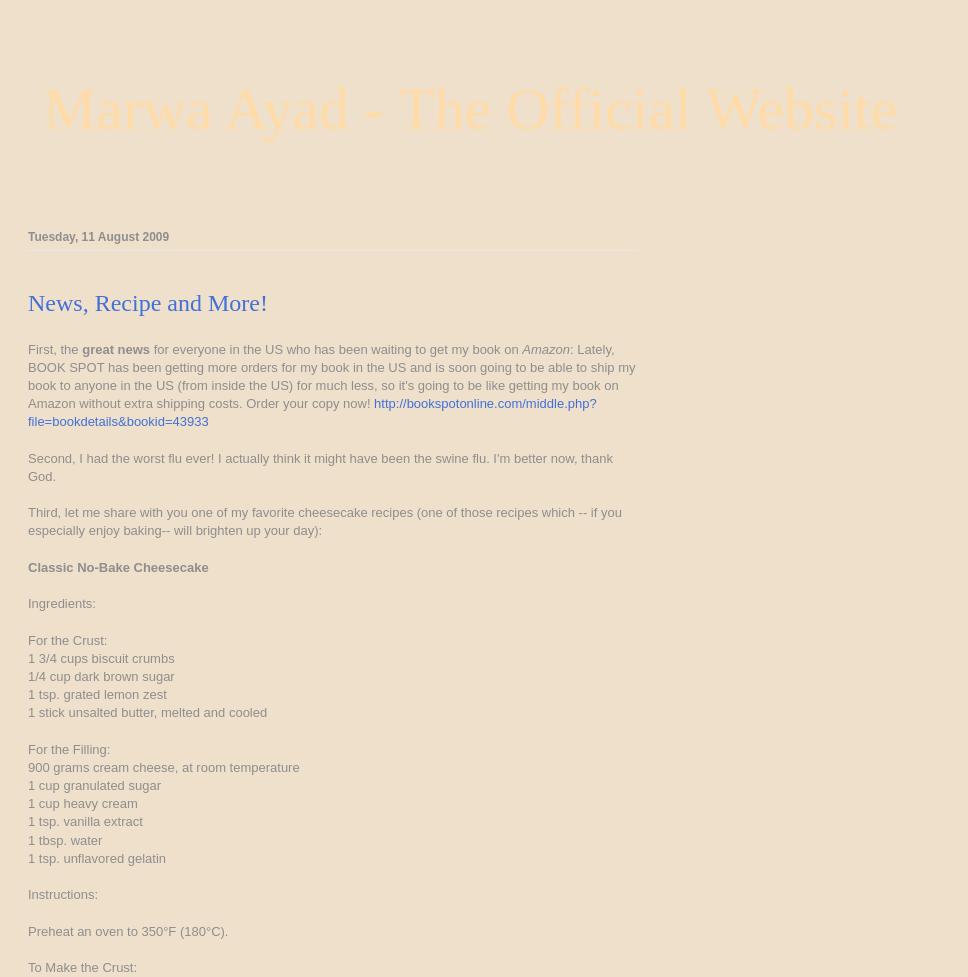 This screenshot has width=968, height=977. What do you see at coordinates (319, 466) in the screenshot?
I see `'Second, I had the worst flu ever! I actually think it might have been the swine flu. I'm better now, thank God.'` at bounding box center [319, 466].